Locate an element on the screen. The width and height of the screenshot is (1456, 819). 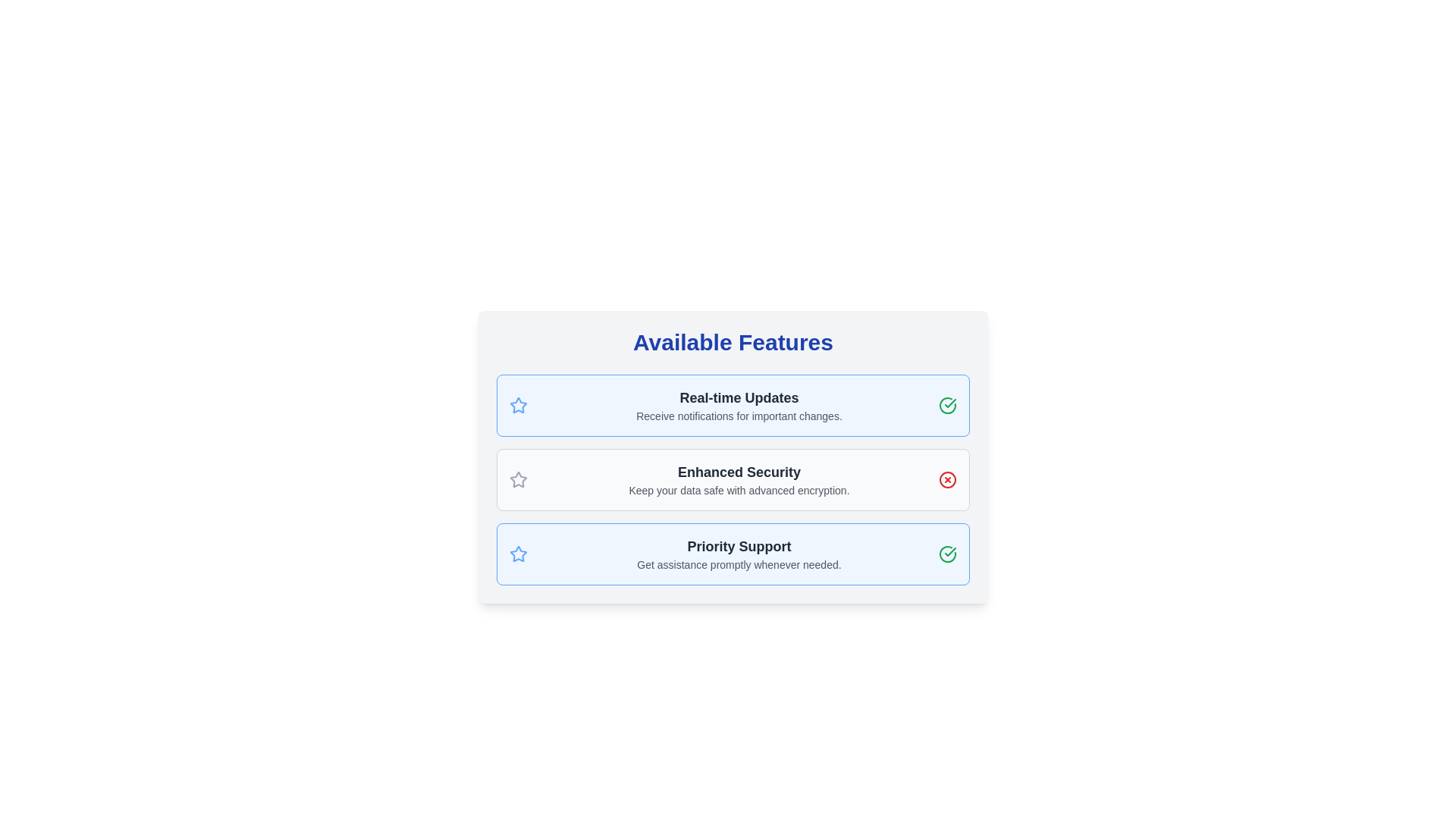
the bold title text label 'Real-time Updates' that is centrally aligned in the section about updates, located in the first item of the 'Available Features' list is located at coordinates (739, 397).